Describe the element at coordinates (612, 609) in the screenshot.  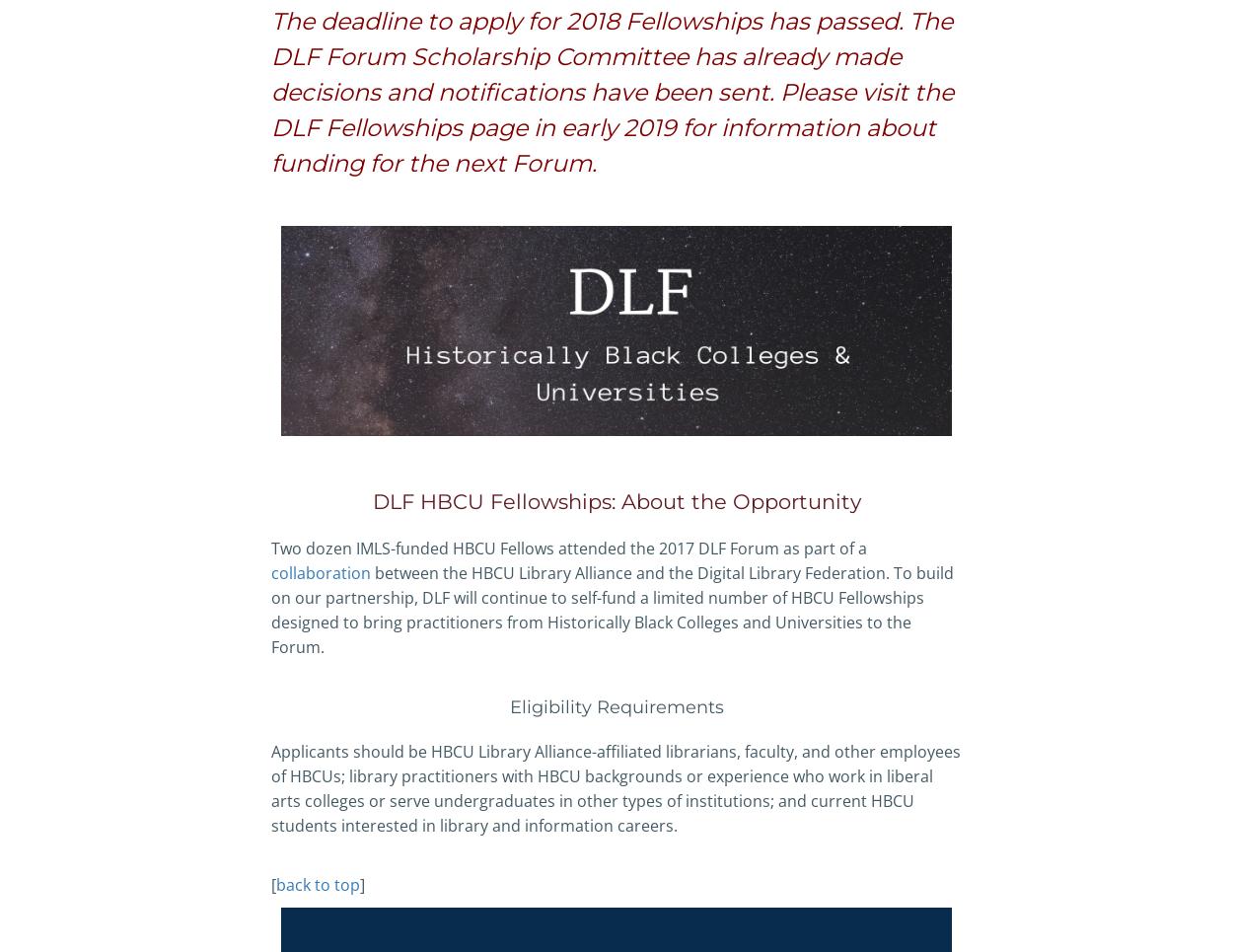
I see `'between the HBCU Library Alliance and the Digital Library Federation. To build on our partnership, DLF will continue to self-fund a limited number of HBCU Fellowships designed to bring practitioners from Historically Black Colleges and Universities to the Forum.'` at that location.